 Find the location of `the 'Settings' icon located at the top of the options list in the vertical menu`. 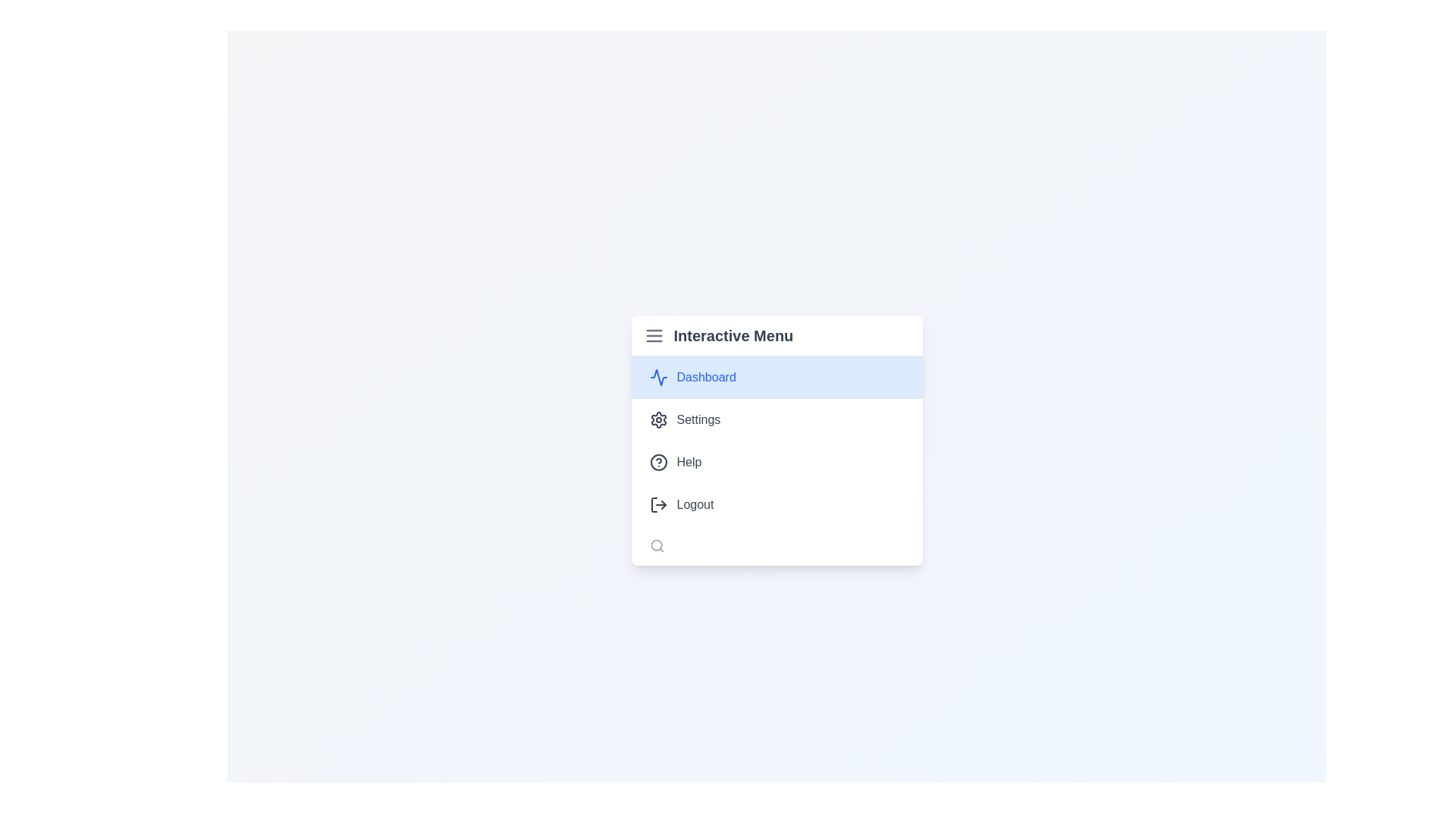

the 'Settings' icon located at the top of the options list in the vertical menu is located at coordinates (658, 419).